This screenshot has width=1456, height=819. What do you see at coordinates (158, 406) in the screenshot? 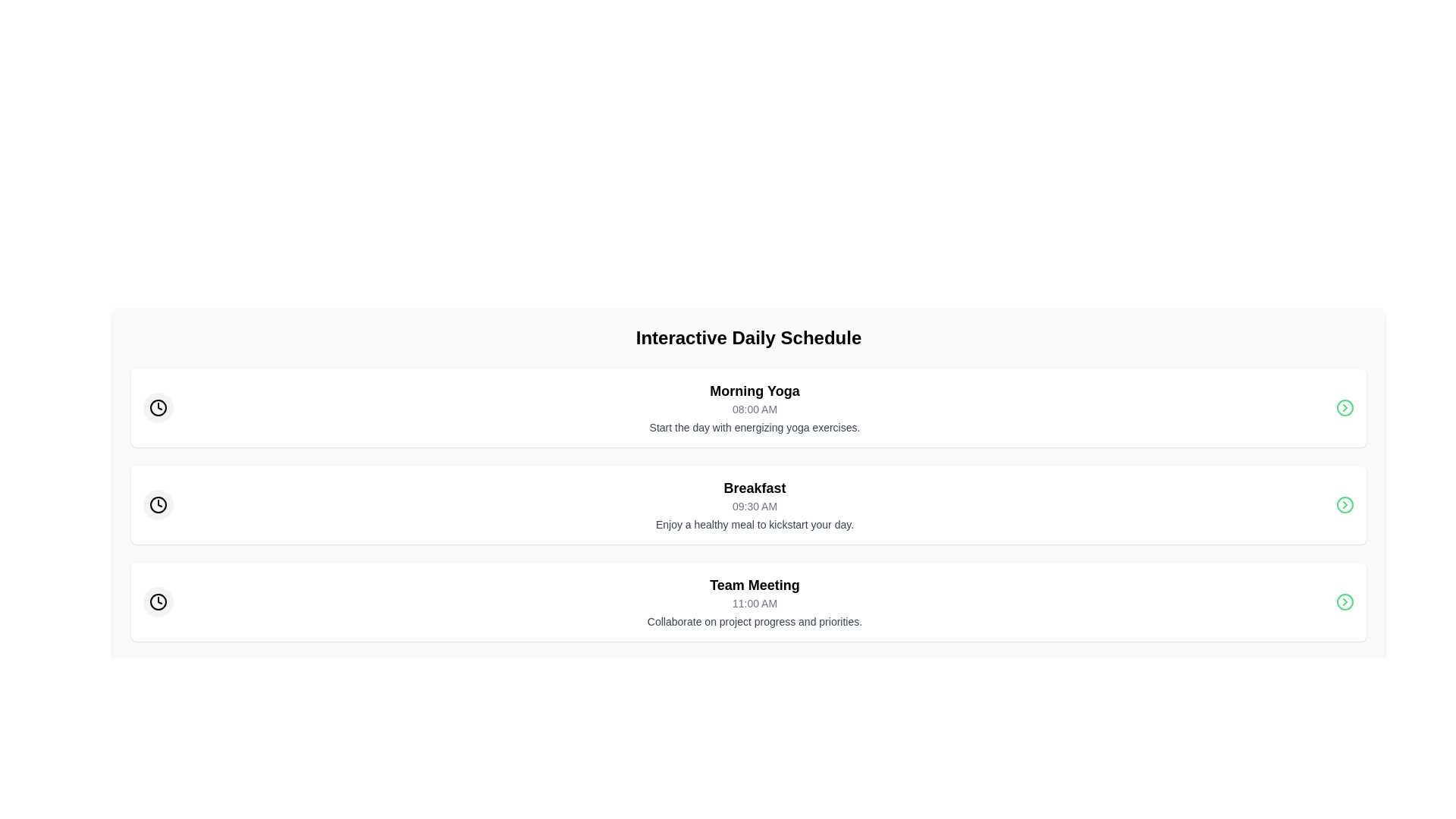
I see `the icon representing the timing or schedule for the 'Morning Yoga' activity, located at the top-left corner of the corresponding entry in the interactive daily schedule card` at bounding box center [158, 406].